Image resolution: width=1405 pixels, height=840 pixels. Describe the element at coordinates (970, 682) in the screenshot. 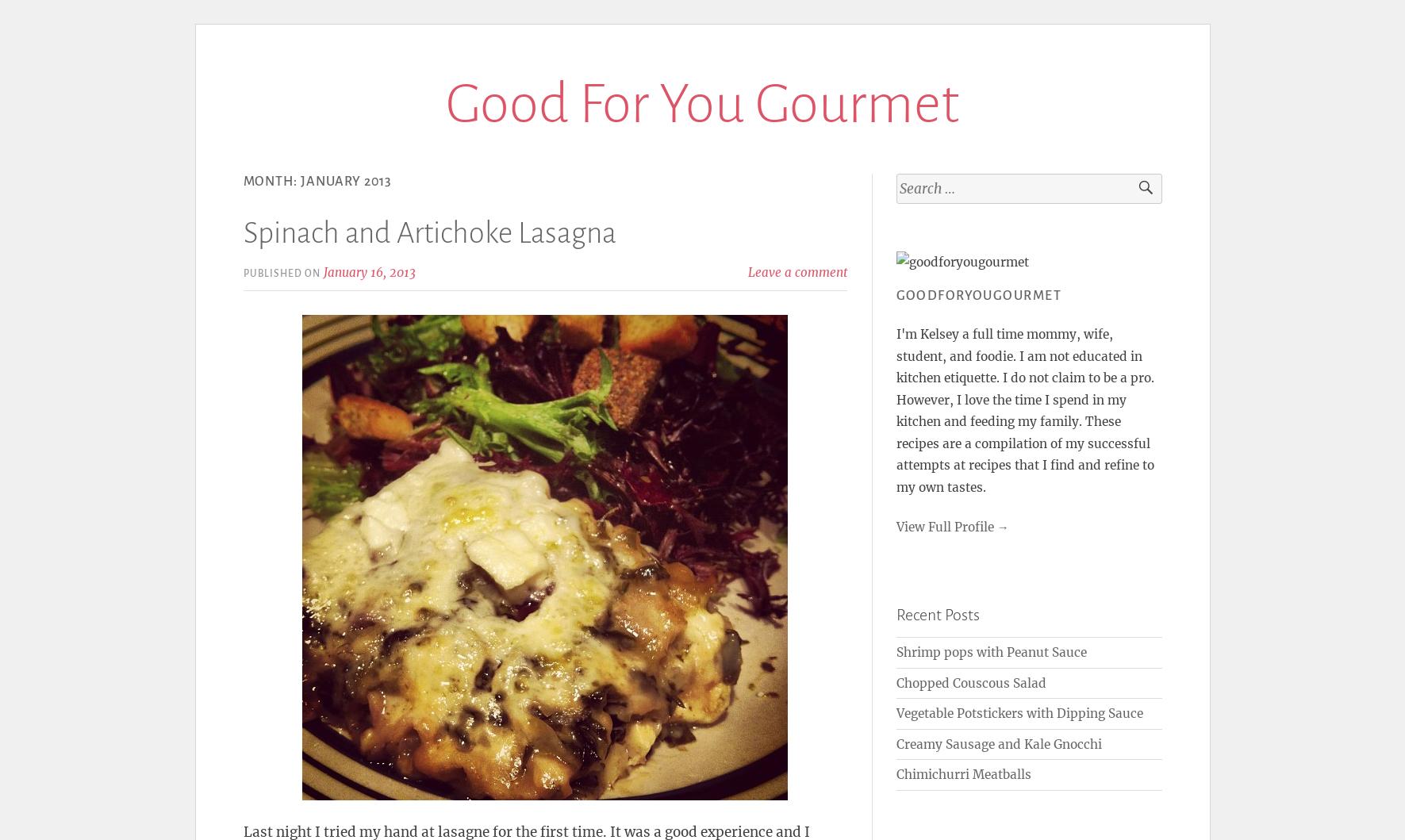

I see `'Chopped Couscous Salad'` at that location.